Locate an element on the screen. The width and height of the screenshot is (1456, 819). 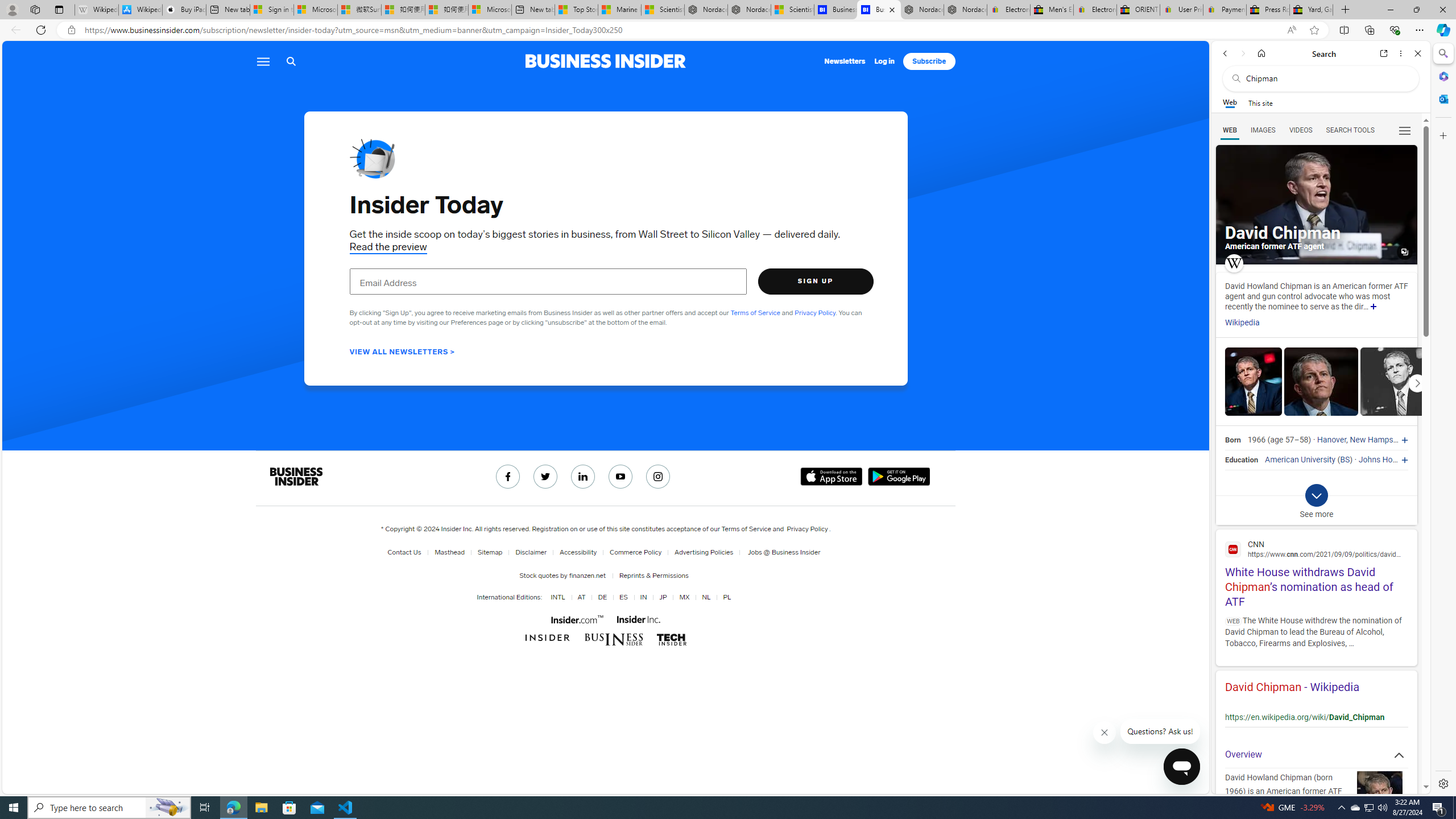
'Jobs @ Business Insider' is located at coordinates (780, 552).